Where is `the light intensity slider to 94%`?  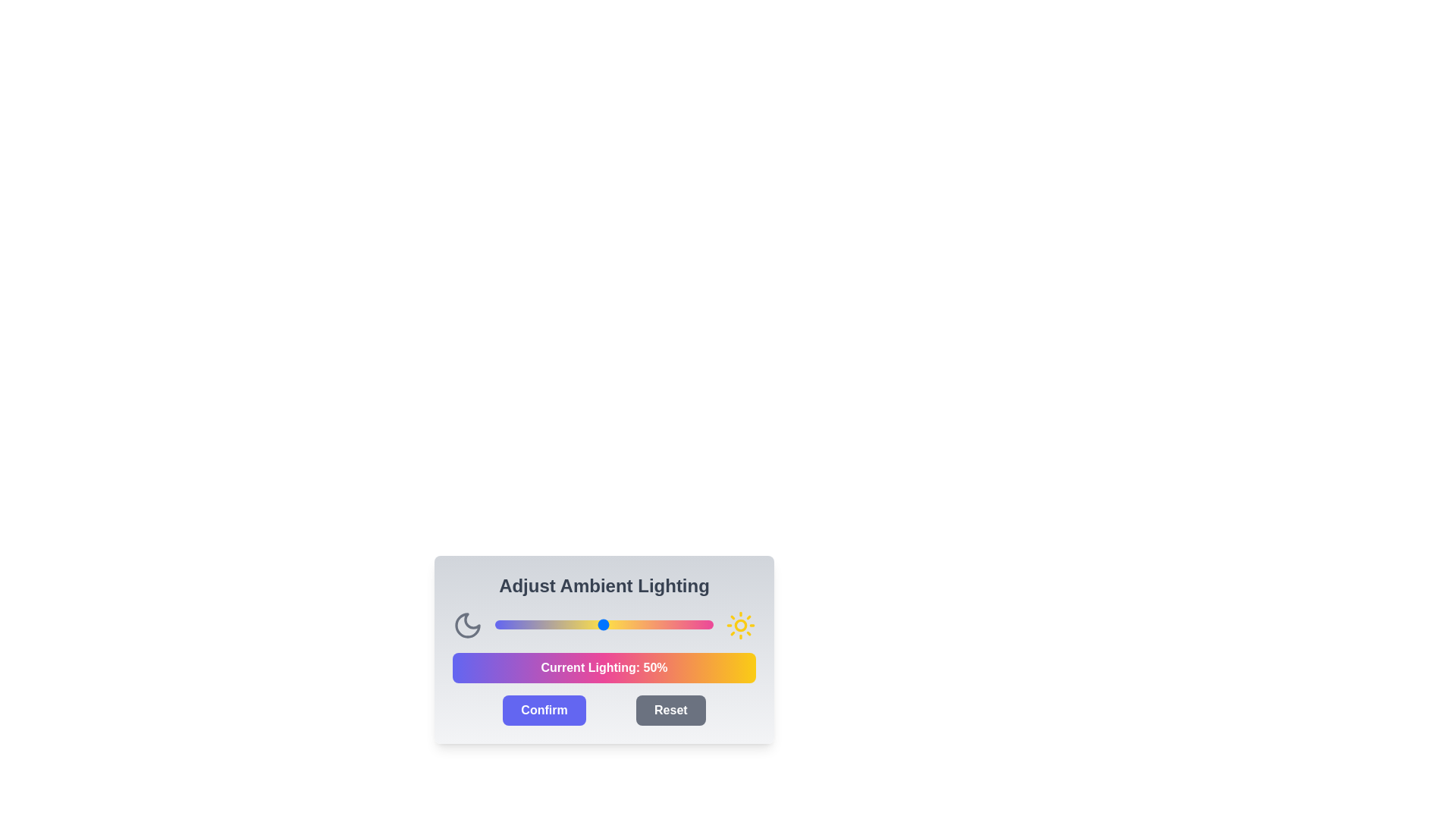 the light intensity slider to 94% is located at coordinates (699, 625).